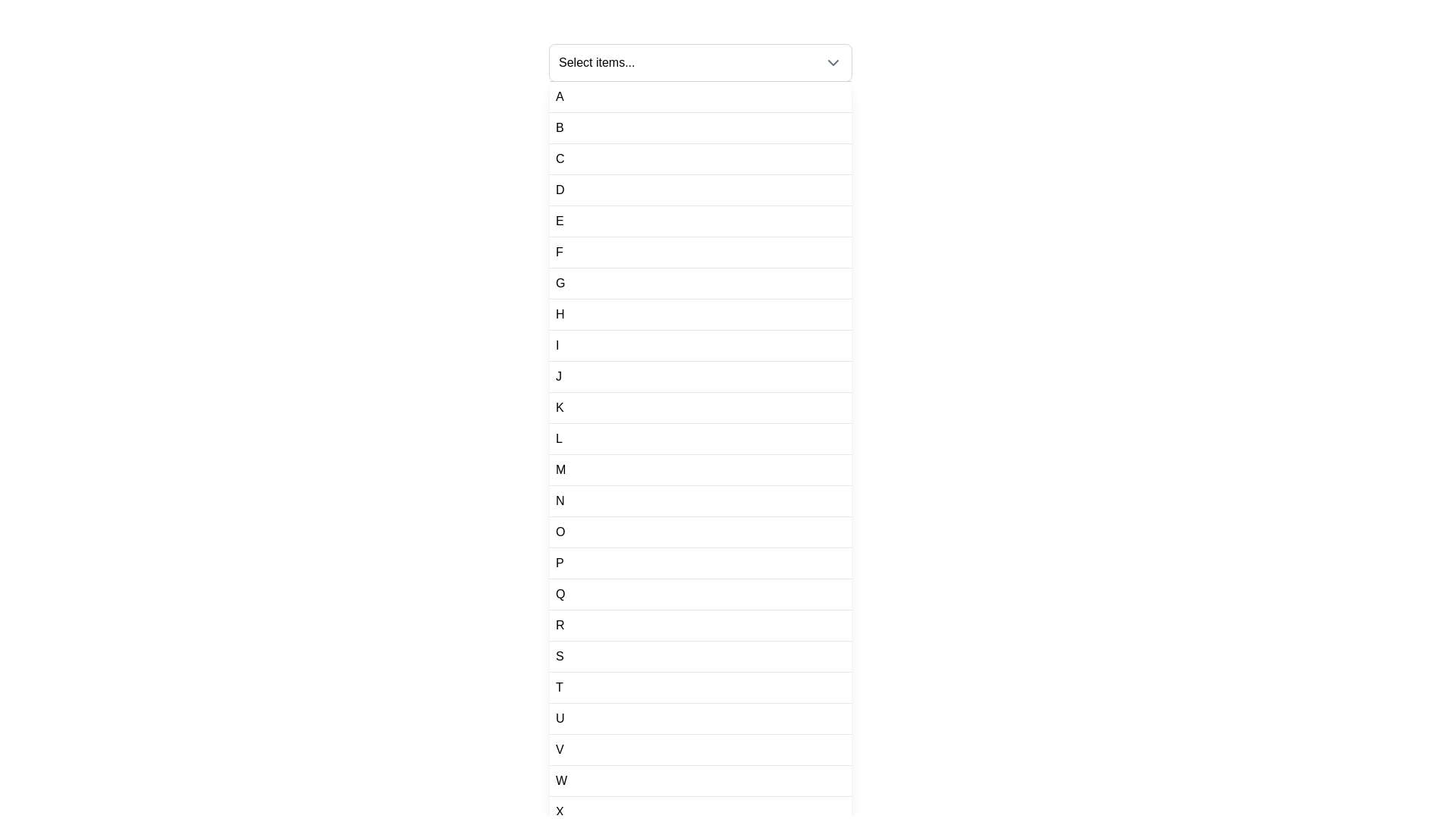 The height and width of the screenshot is (819, 1456). I want to click on the bold character 'C' in the vertically aligned list, so click(559, 158).